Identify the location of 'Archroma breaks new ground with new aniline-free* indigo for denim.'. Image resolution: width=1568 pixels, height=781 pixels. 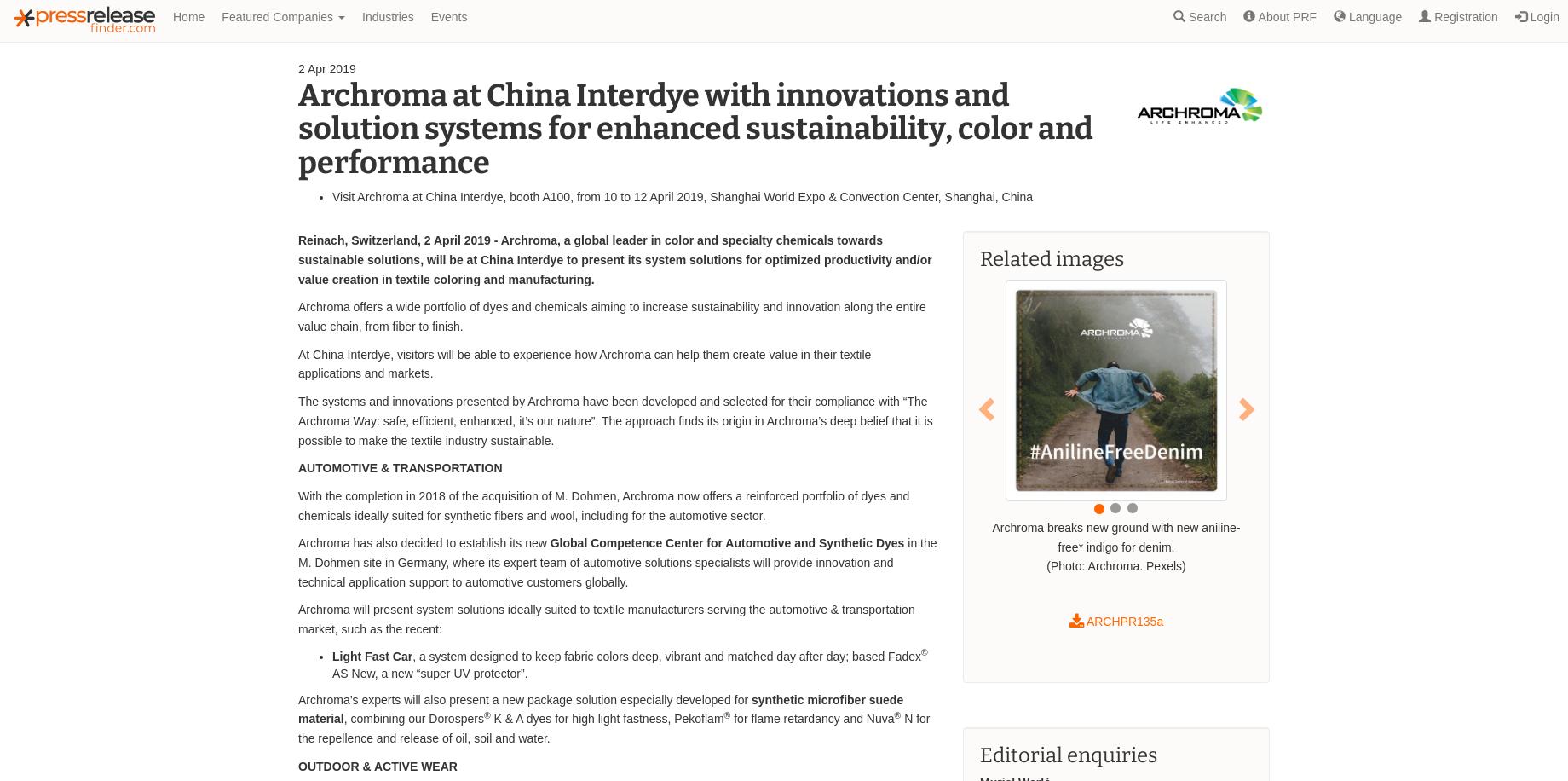
(1115, 536).